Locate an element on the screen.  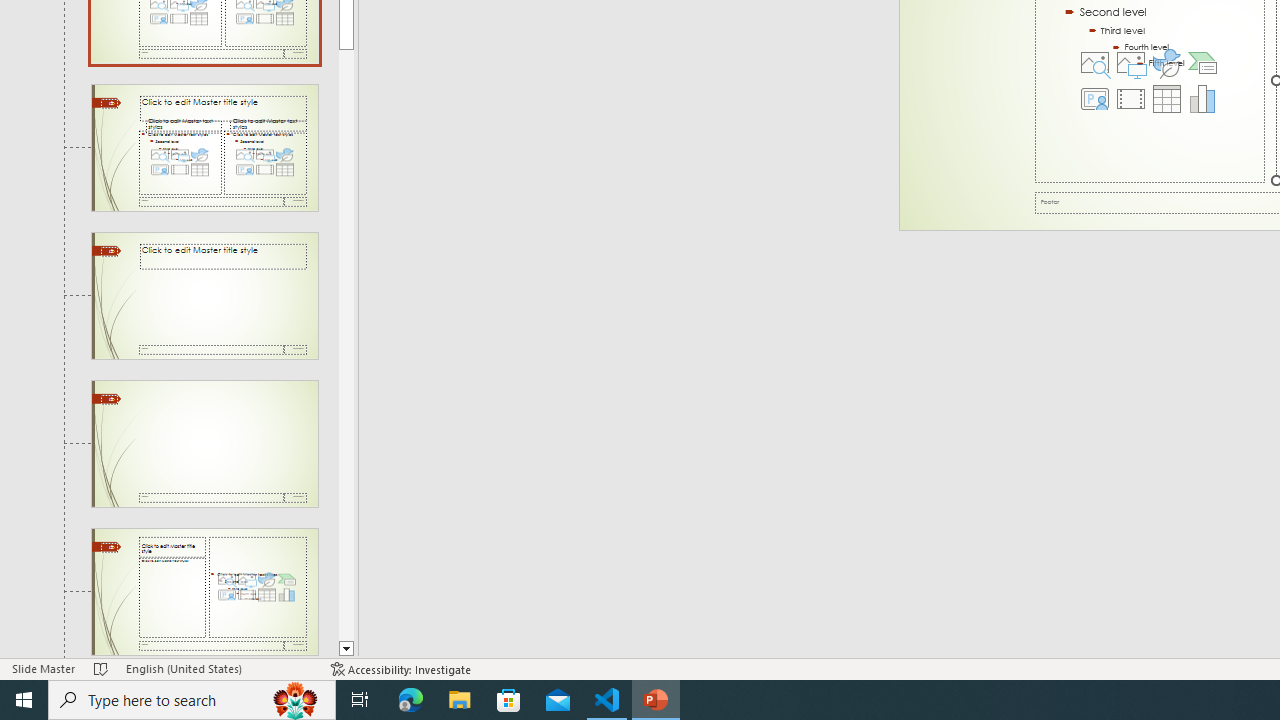
'Stock Images' is located at coordinates (1094, 61).